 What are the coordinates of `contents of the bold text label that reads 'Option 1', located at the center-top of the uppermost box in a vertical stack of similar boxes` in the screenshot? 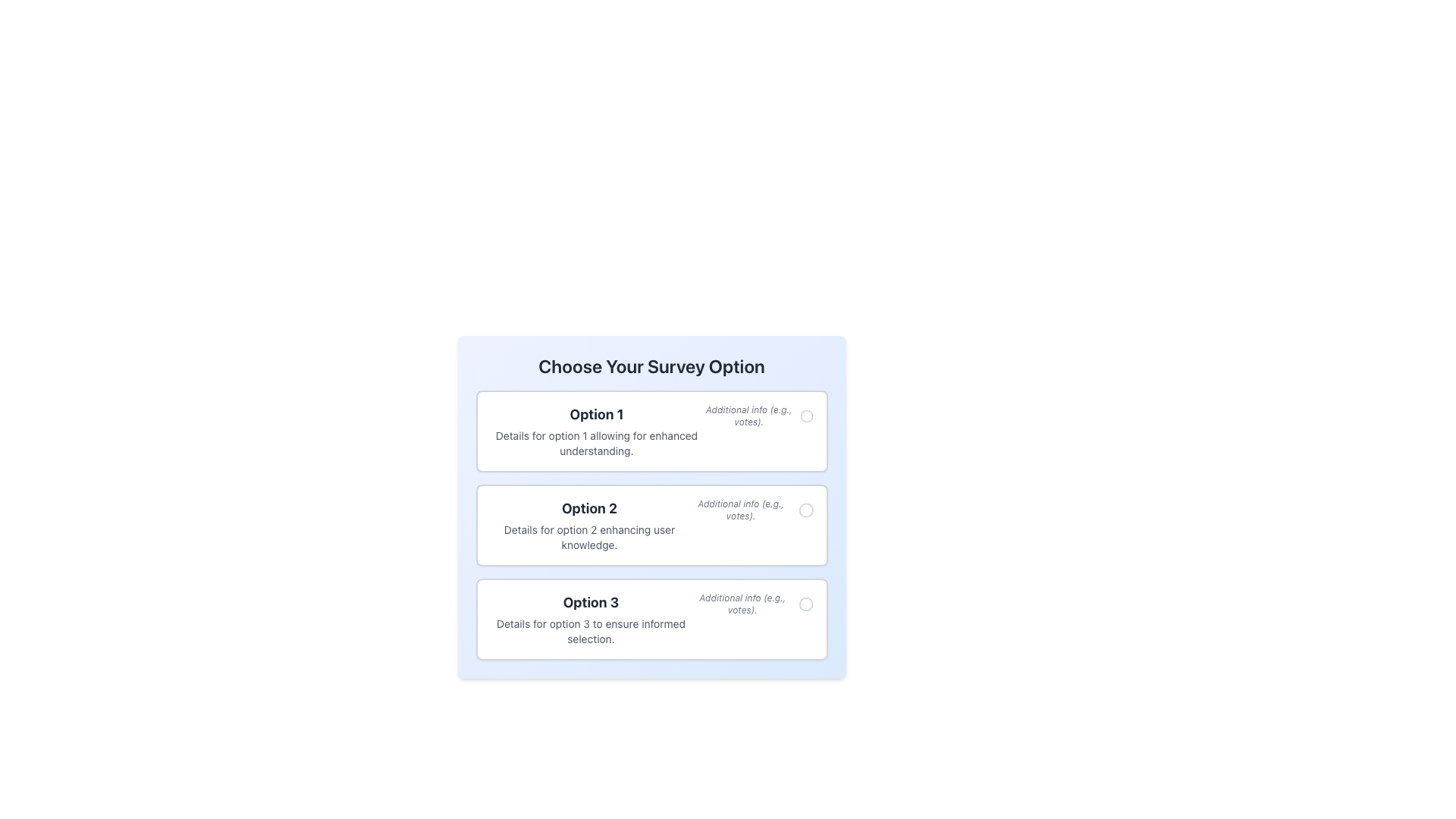 It's located at (596, 415).